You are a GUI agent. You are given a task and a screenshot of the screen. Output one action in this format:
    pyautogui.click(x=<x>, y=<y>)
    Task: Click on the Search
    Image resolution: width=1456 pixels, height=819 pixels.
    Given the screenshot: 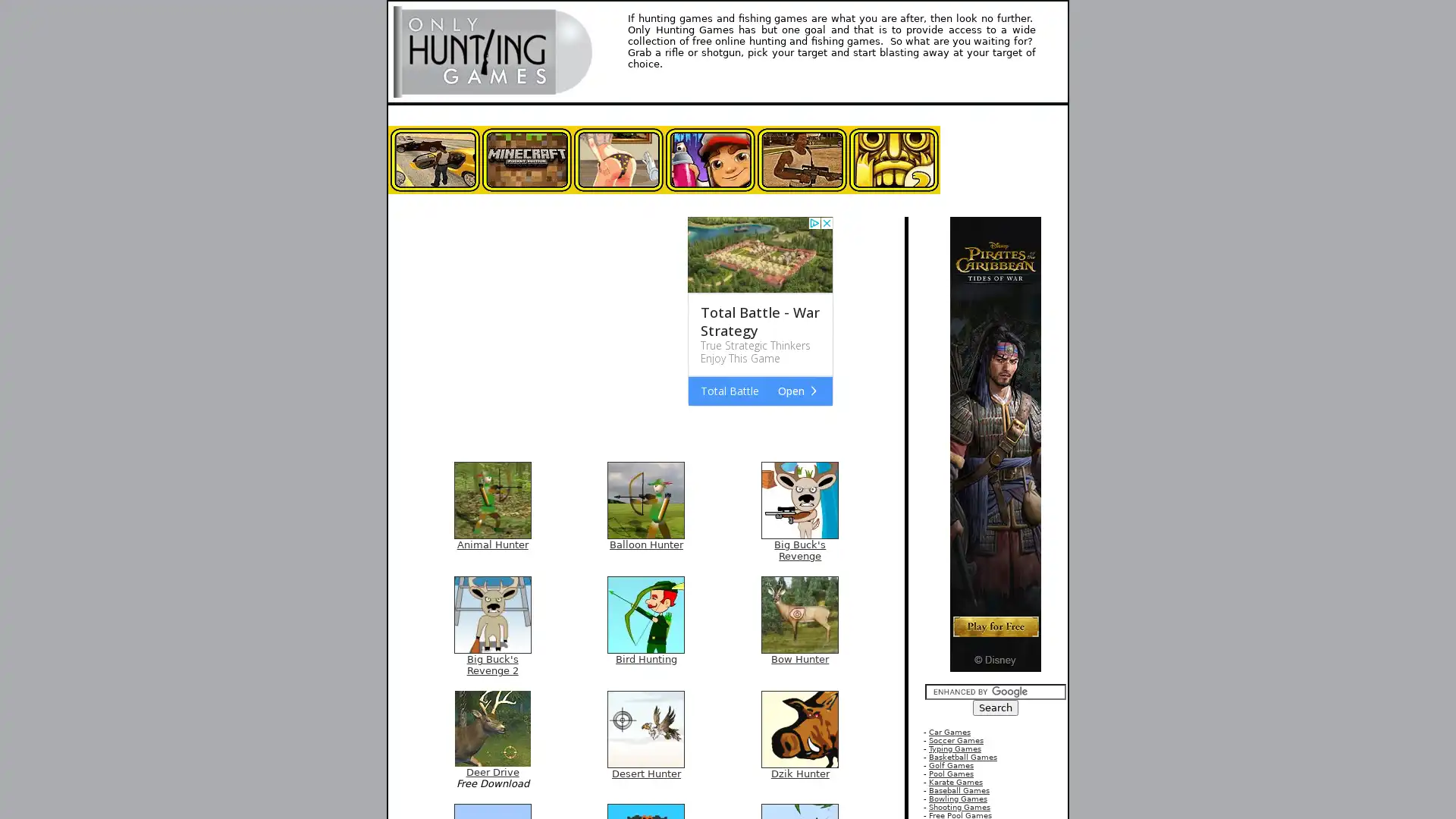 What is the action you would take?
    pyautogui.click(x=996, y=708)
    